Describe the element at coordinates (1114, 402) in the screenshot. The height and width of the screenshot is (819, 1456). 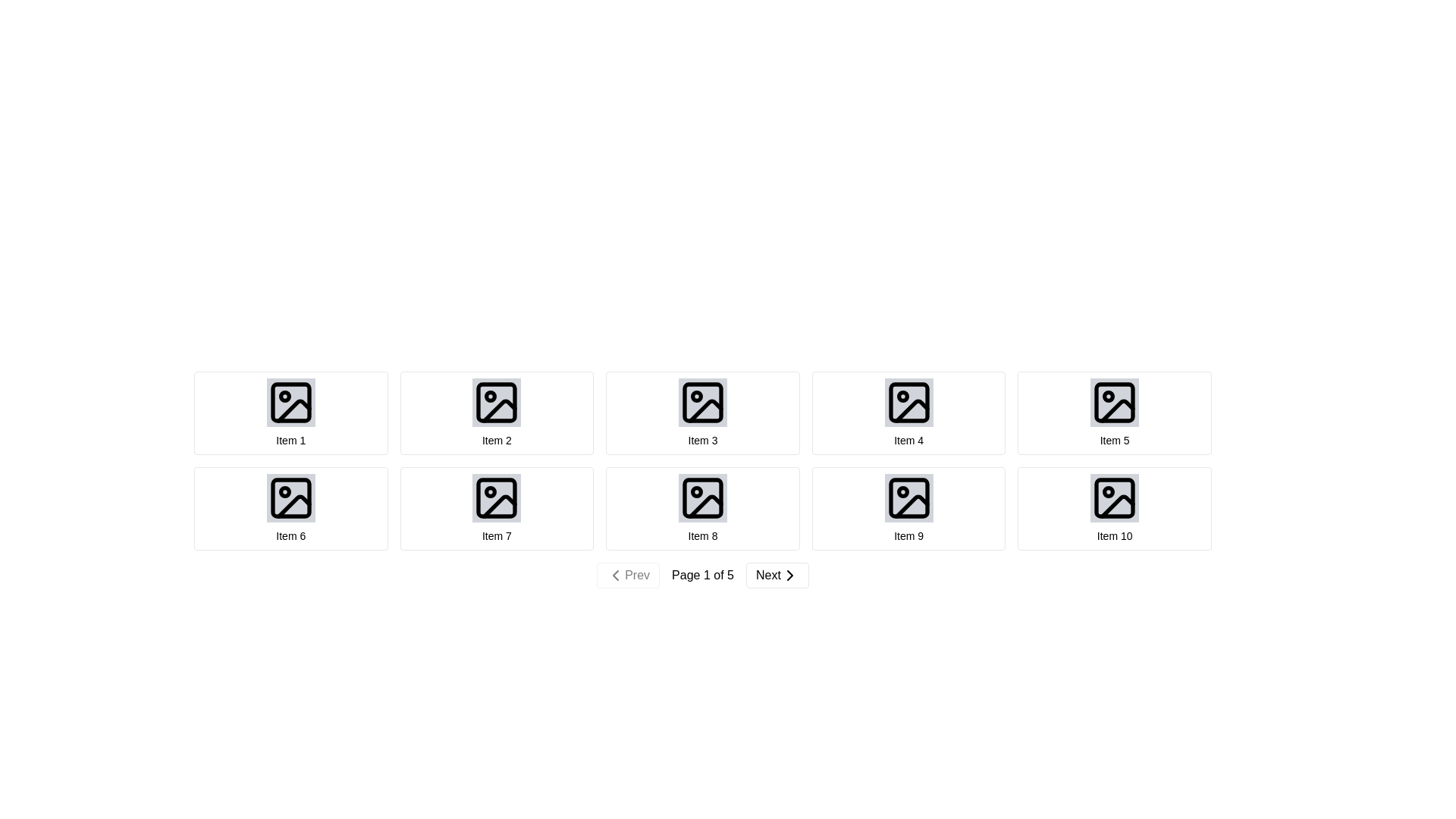
I see `the graphical icon representing a picture within the card labeled 'Item 5' for interaction` at that location.